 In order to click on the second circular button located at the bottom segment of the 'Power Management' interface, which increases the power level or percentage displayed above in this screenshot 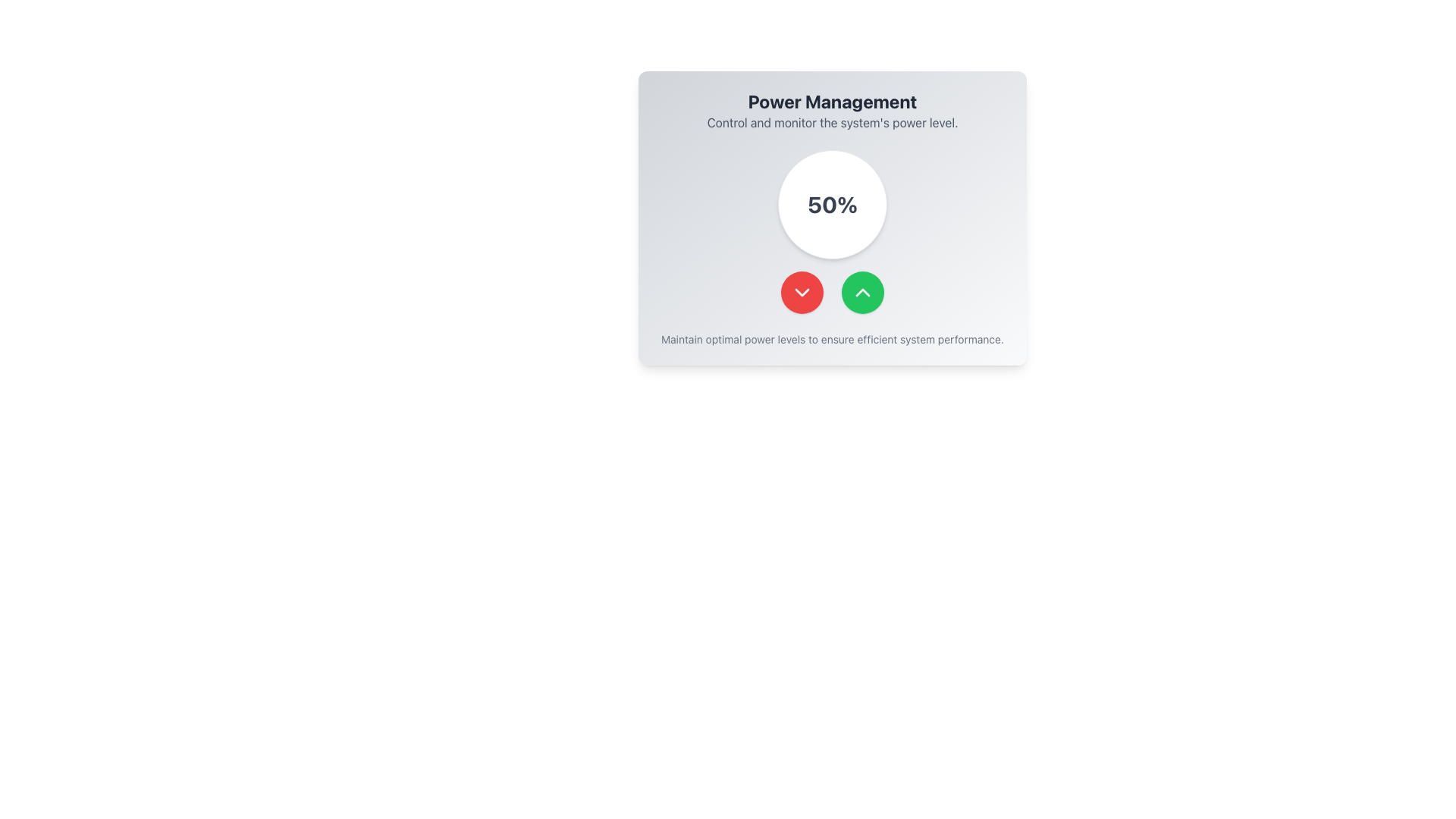, I will do `click(862, 292)`.